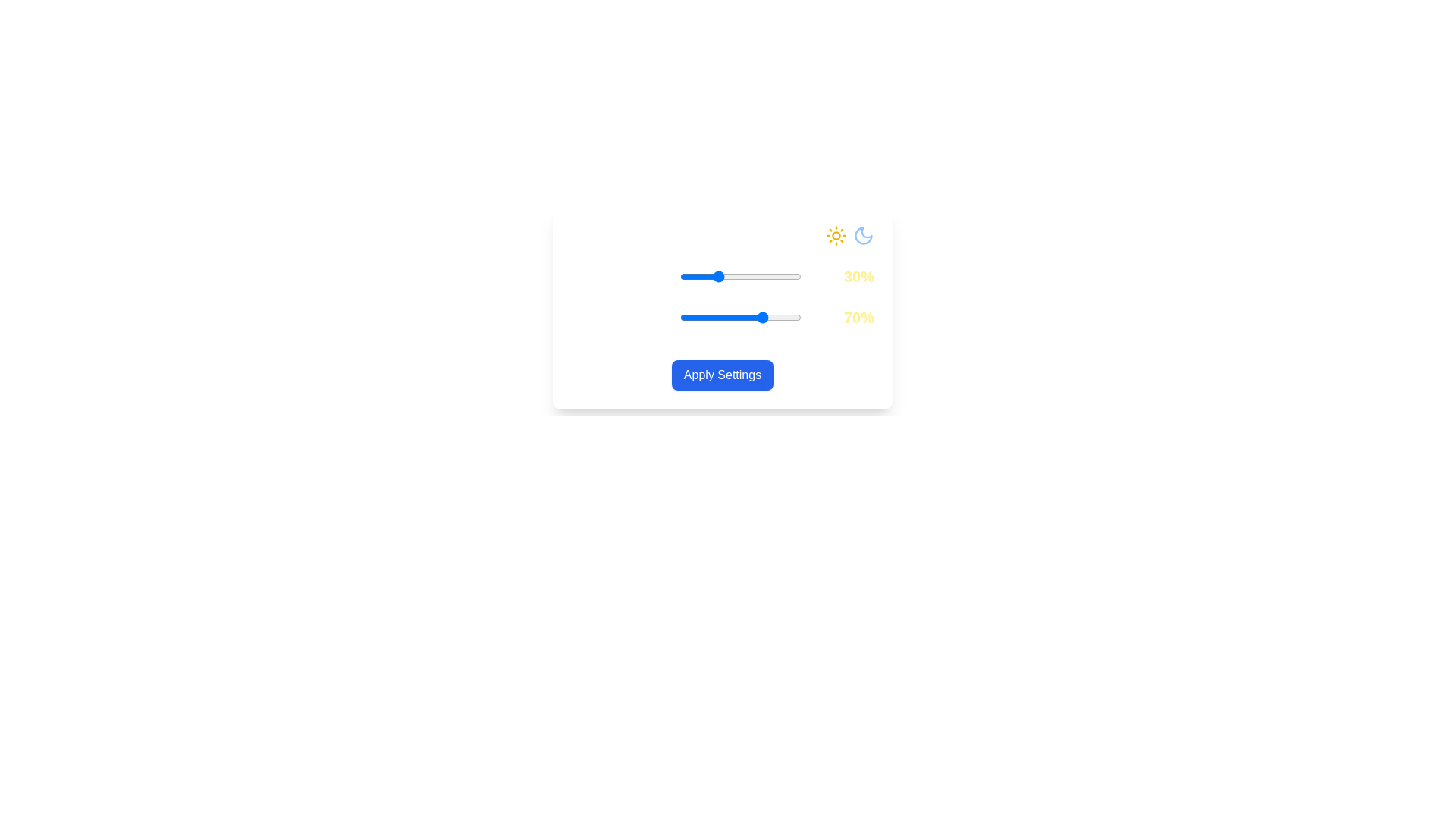 The height and width of the screenshot is (819, 1456). I want to click on the Daylight Intensity slider to 46%, so click(736, 277).